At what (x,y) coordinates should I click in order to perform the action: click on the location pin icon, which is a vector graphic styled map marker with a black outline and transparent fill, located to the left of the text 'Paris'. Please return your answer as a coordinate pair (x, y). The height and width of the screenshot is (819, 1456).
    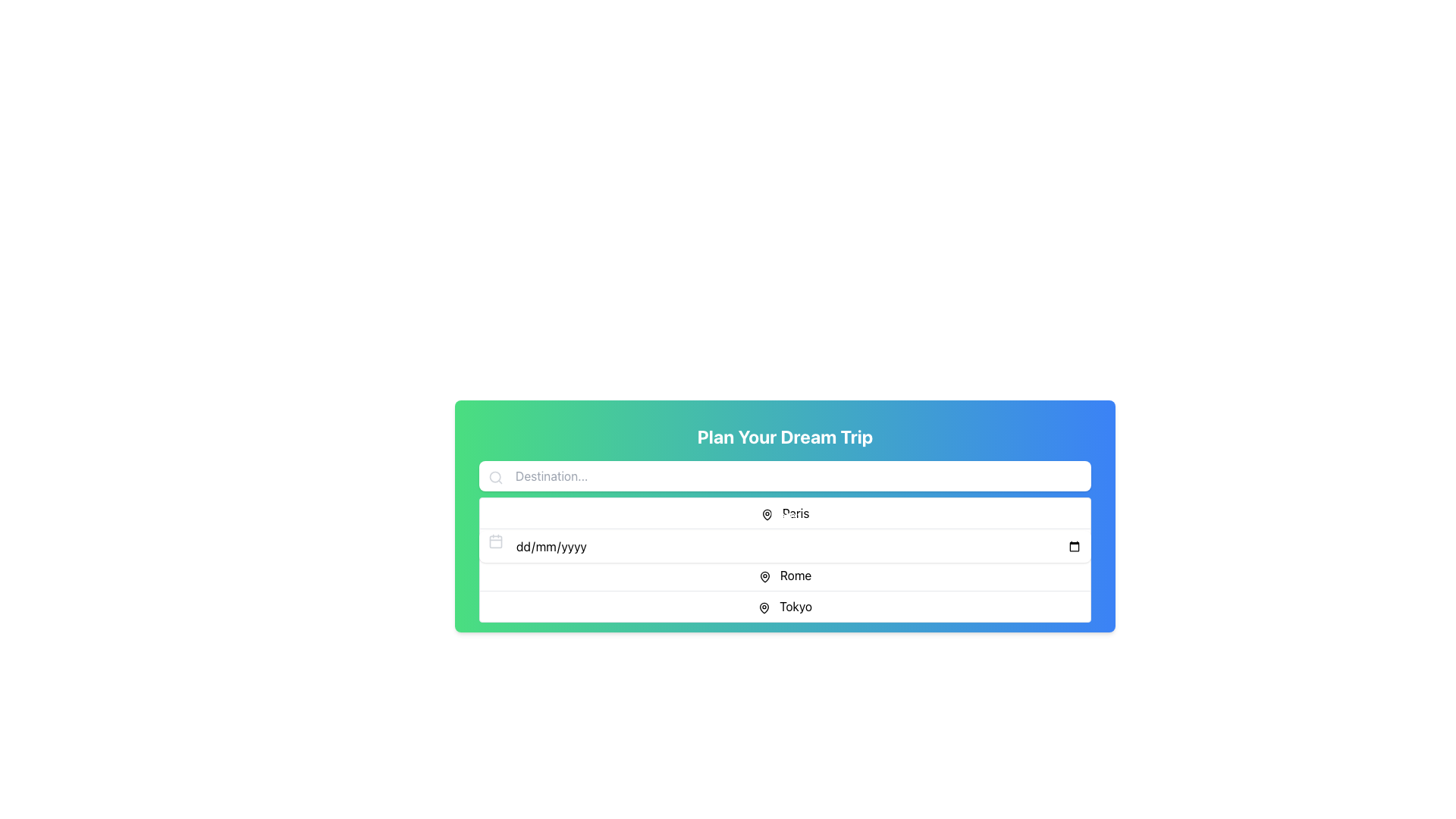
    Looking at the image, I should click on (767, 513).